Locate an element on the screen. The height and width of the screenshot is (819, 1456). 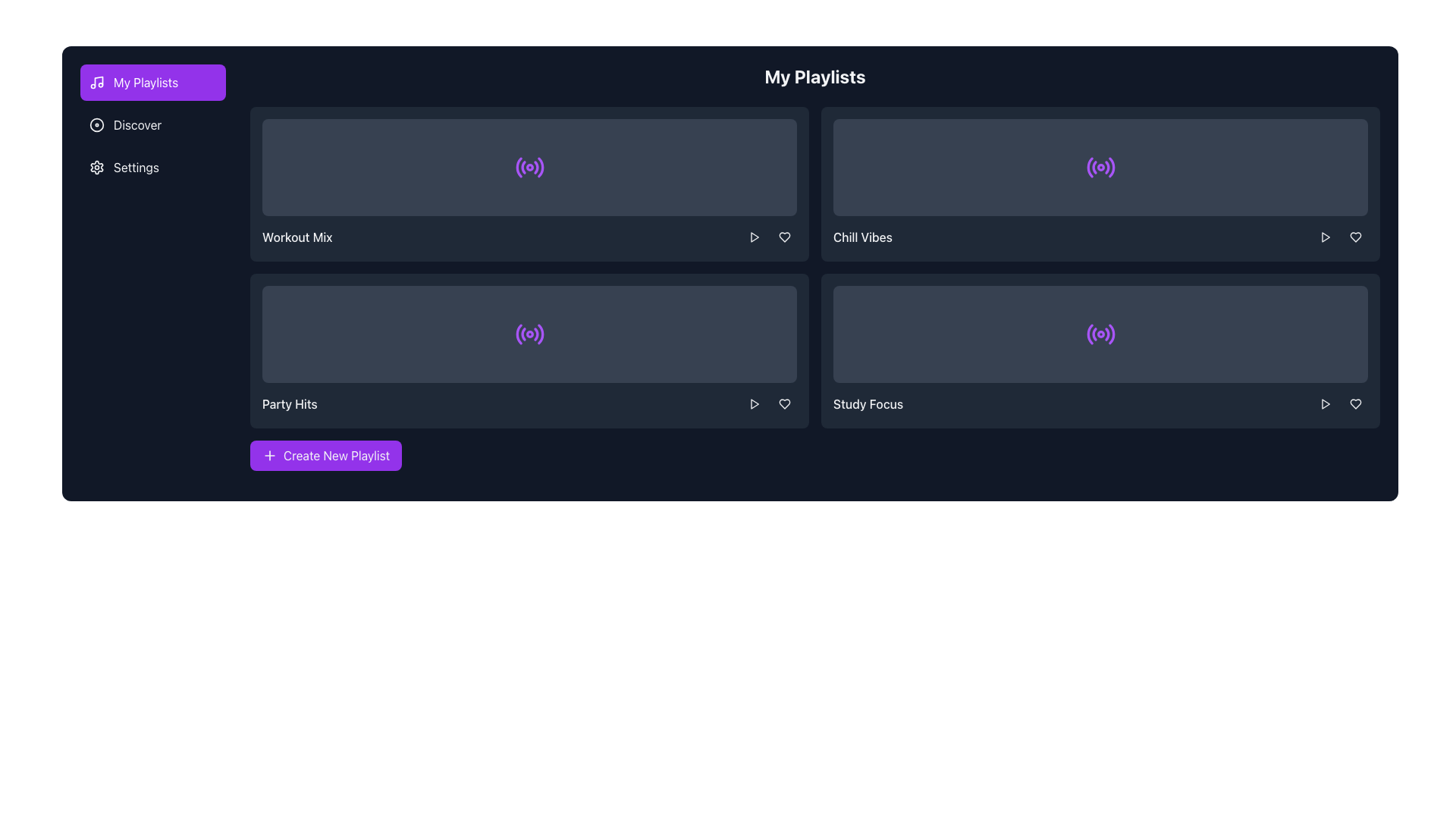
the heart-shaped like icon in the top-right quadrant of the 'Workout Mix' playlist to like or unlike the playlist is located at coordinates (785, 237).